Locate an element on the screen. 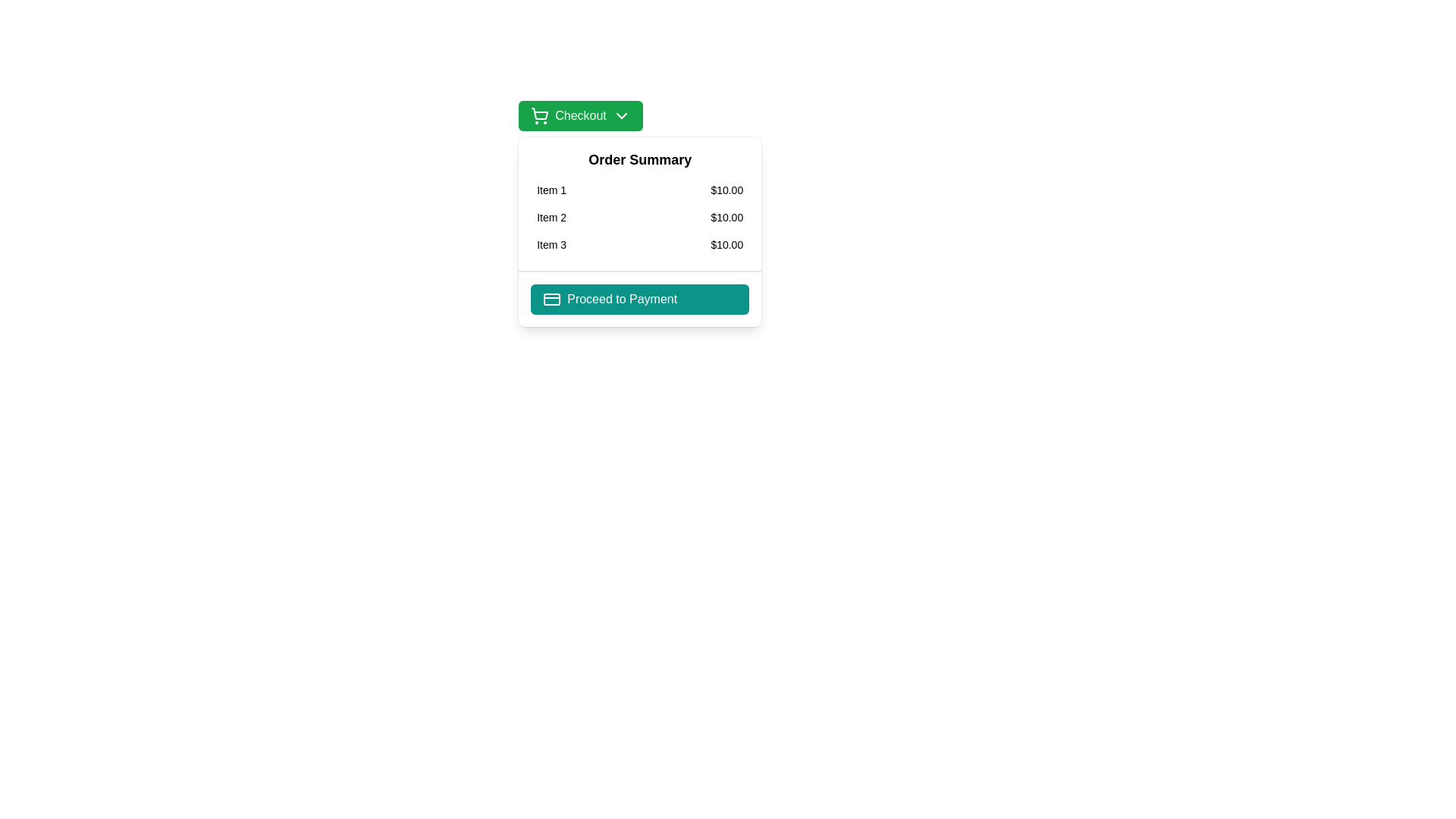 Image resolution: width=1456 pixels, height=819 pixels. the Text label in the 'Order Summary' section, which is positioned first in a list and directly to the left of the price '$10.00' is located at coordinates (551, 189).